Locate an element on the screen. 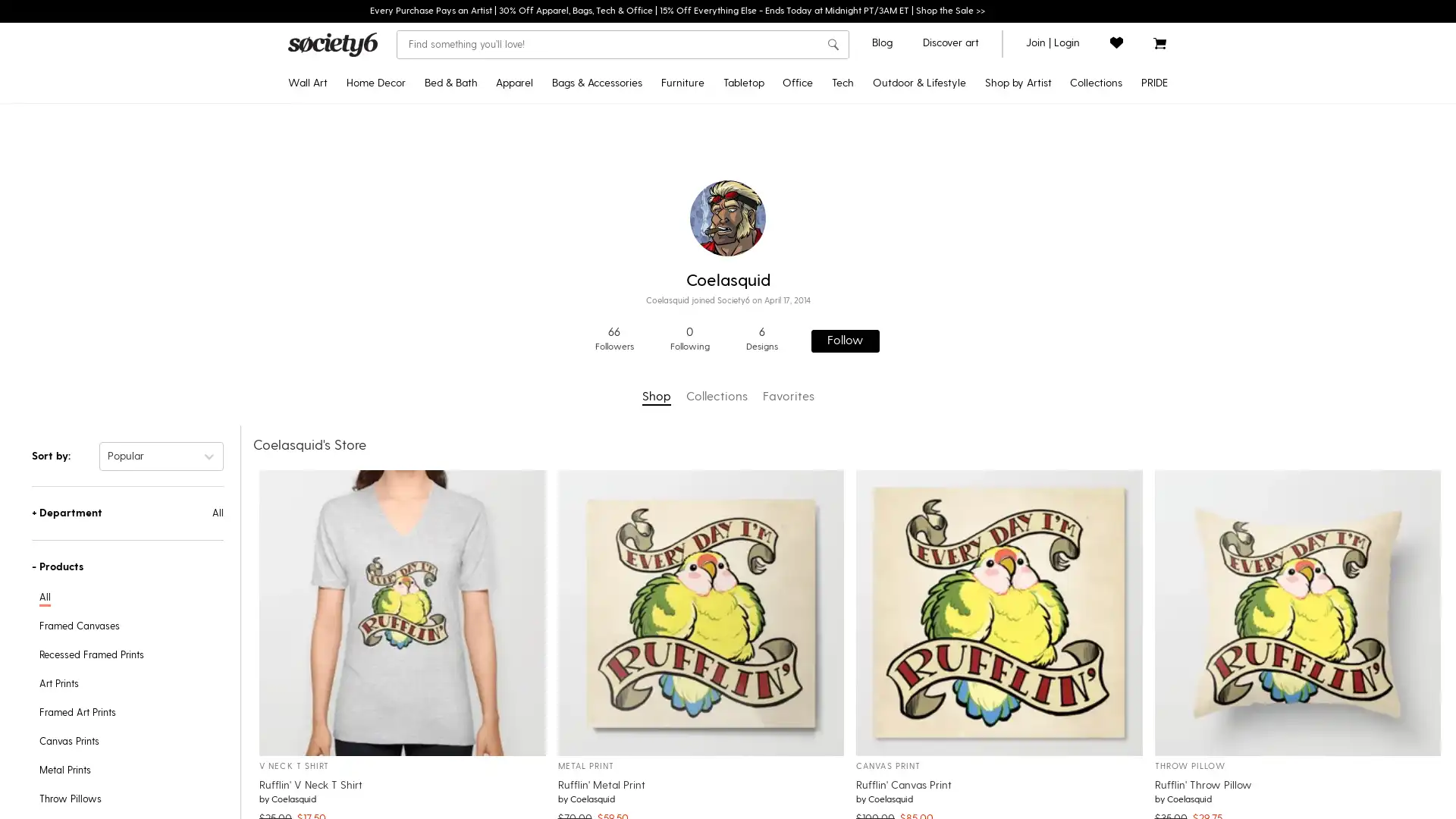 Image resolution: width=1456 pixels, height=819 pixels. Travel Mugs is located at coordinates (771, 146).